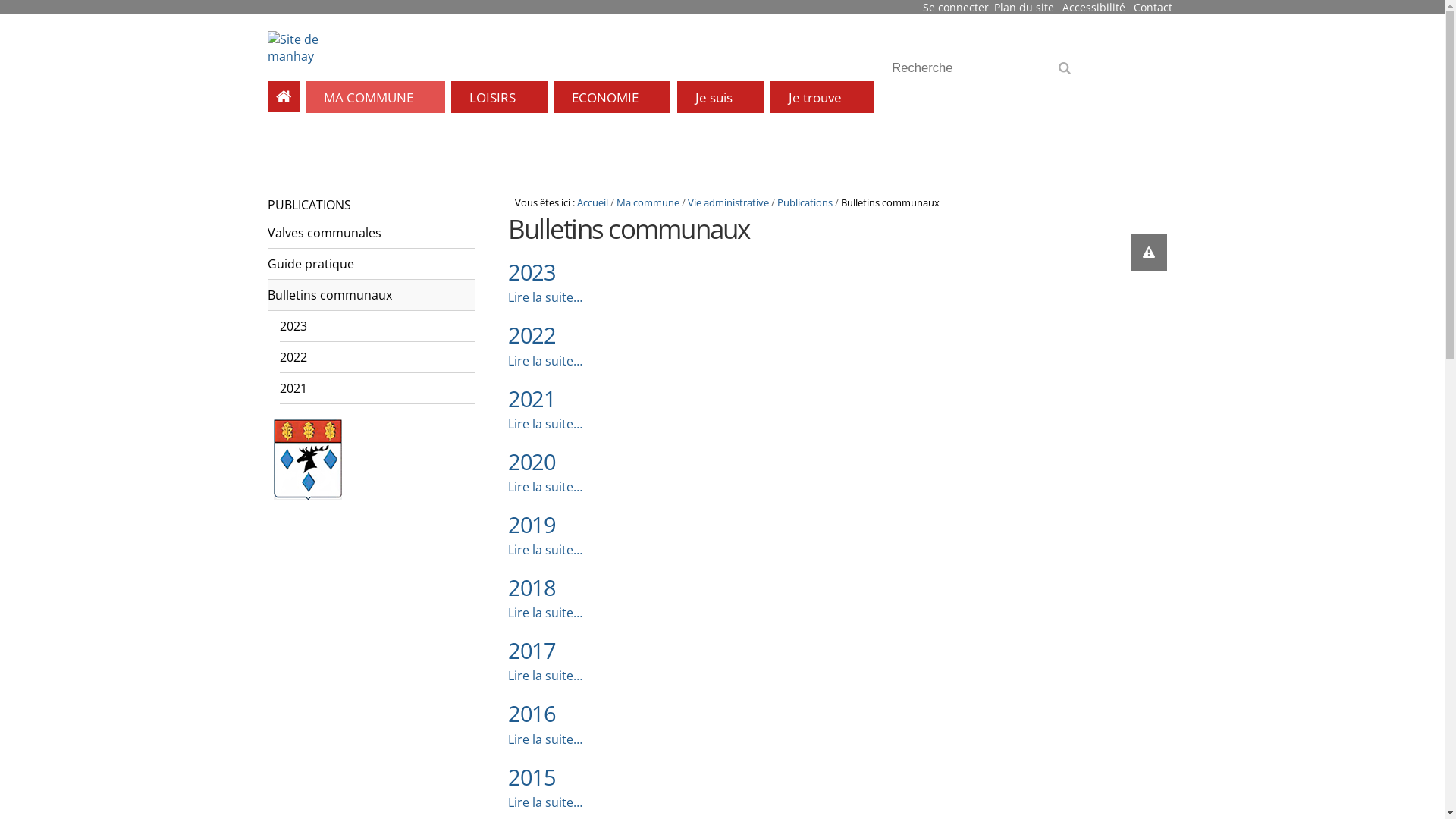 Image resolution: width=1456 pixels, height=819 pixels. I want to click on 'Je trouve', so click(821, 96).